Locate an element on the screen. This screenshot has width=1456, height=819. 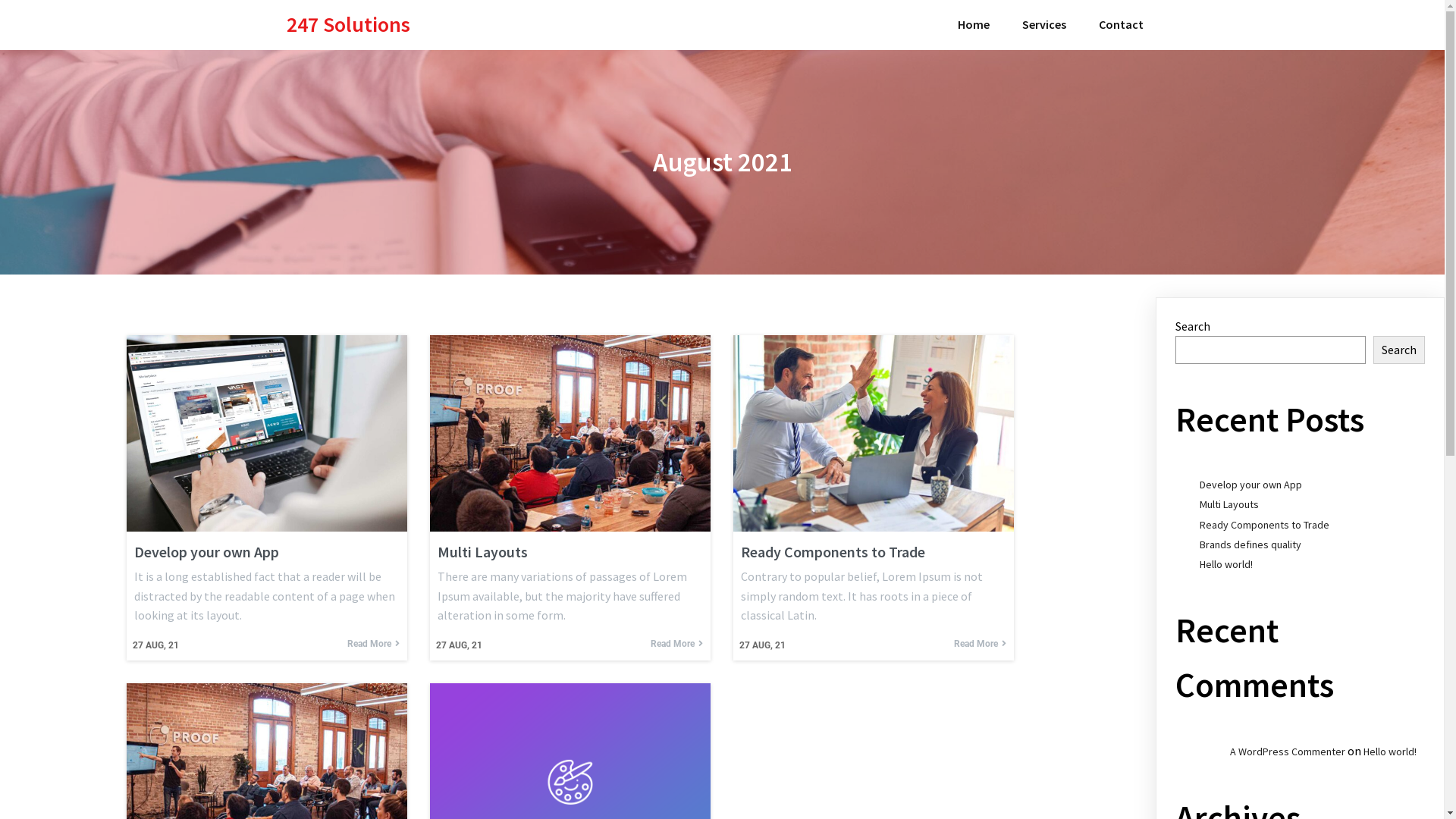
'Hello world!' is located at coordinates (1226, 564).